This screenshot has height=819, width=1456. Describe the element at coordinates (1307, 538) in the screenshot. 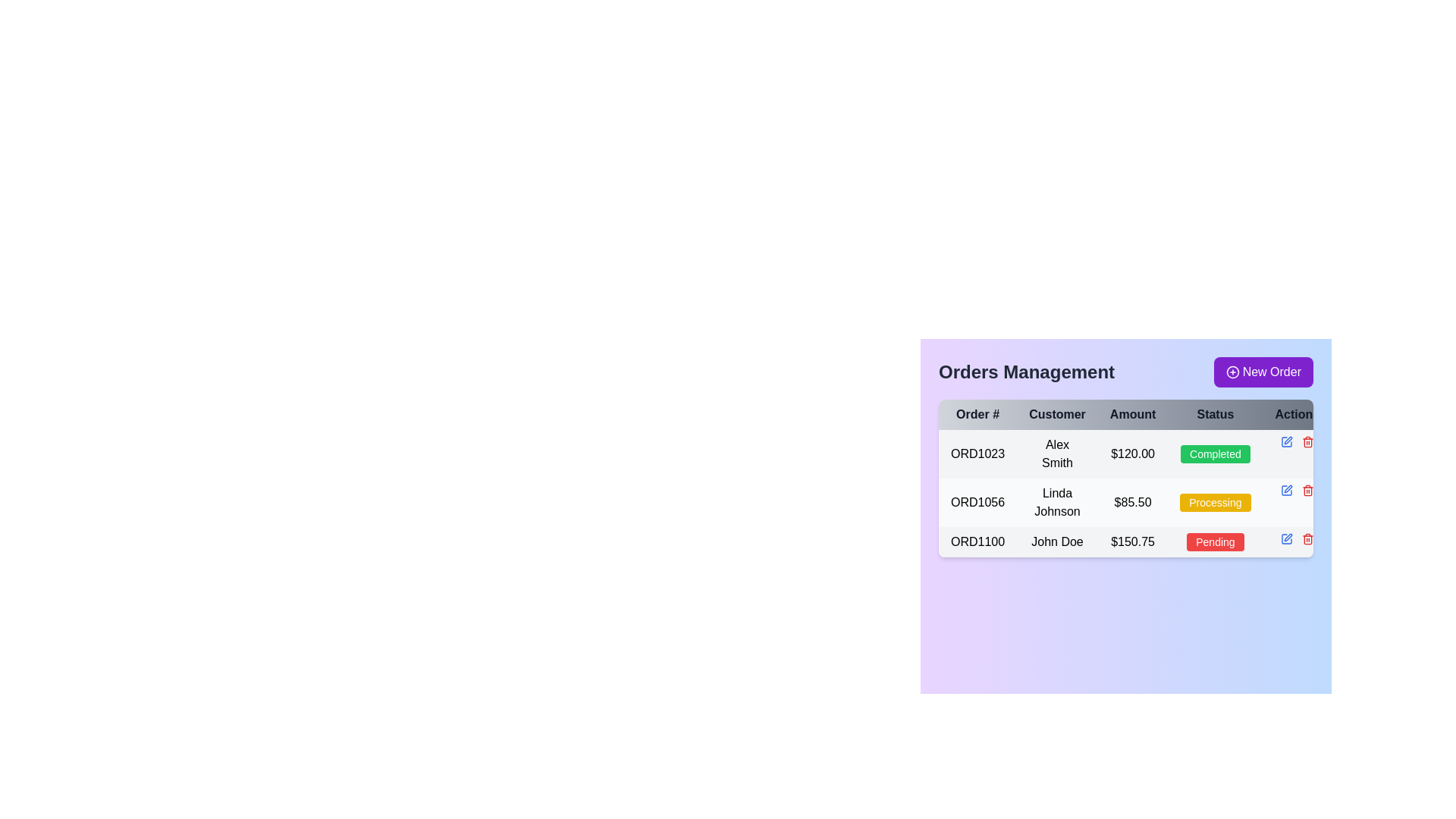

I see `the delete button located in the 'Action' column of the data table, specifically aligned with the 'Pending' status row associated with 'John Doe'` at that location.